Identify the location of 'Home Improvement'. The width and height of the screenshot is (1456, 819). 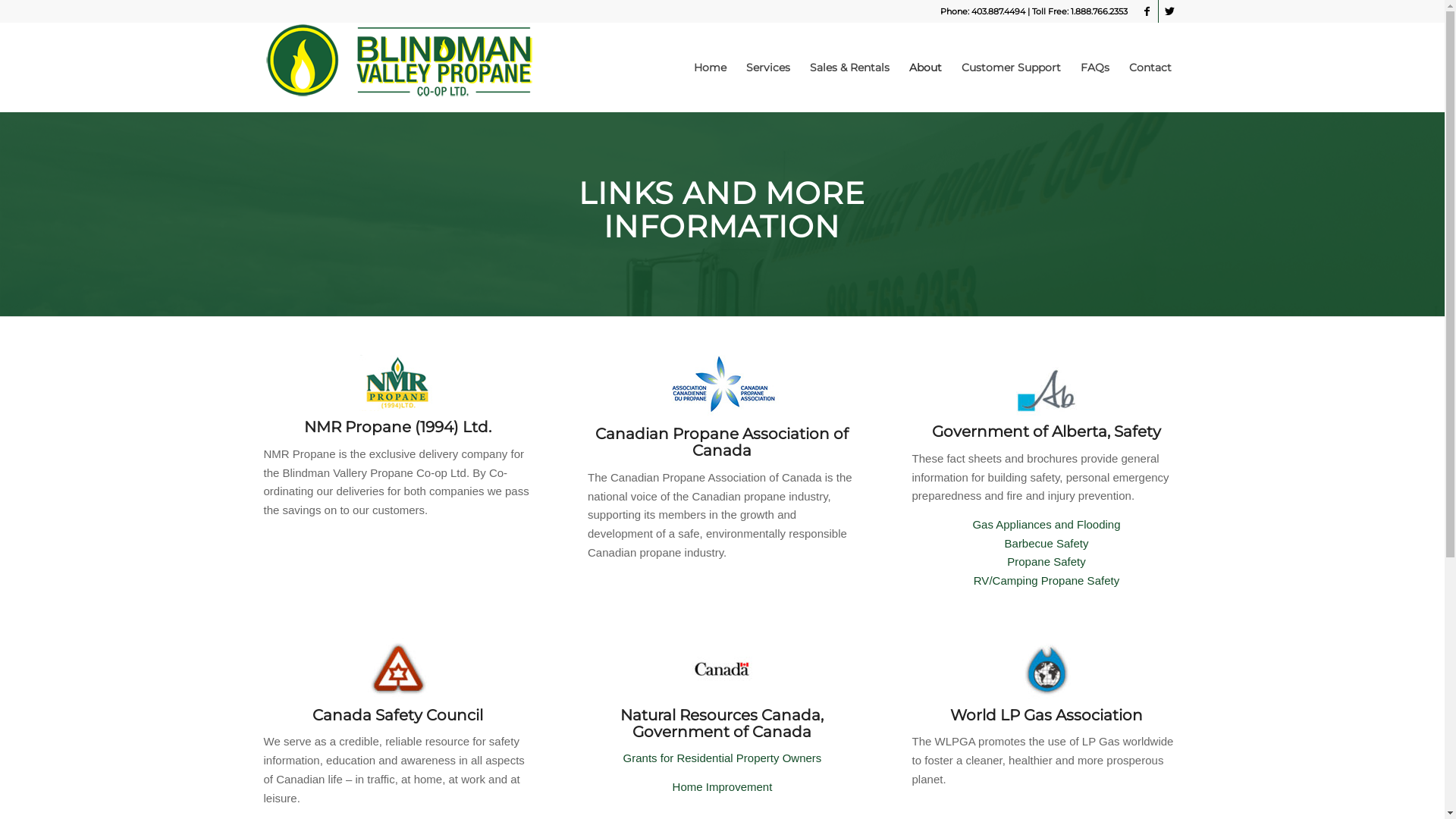
(722, 786).